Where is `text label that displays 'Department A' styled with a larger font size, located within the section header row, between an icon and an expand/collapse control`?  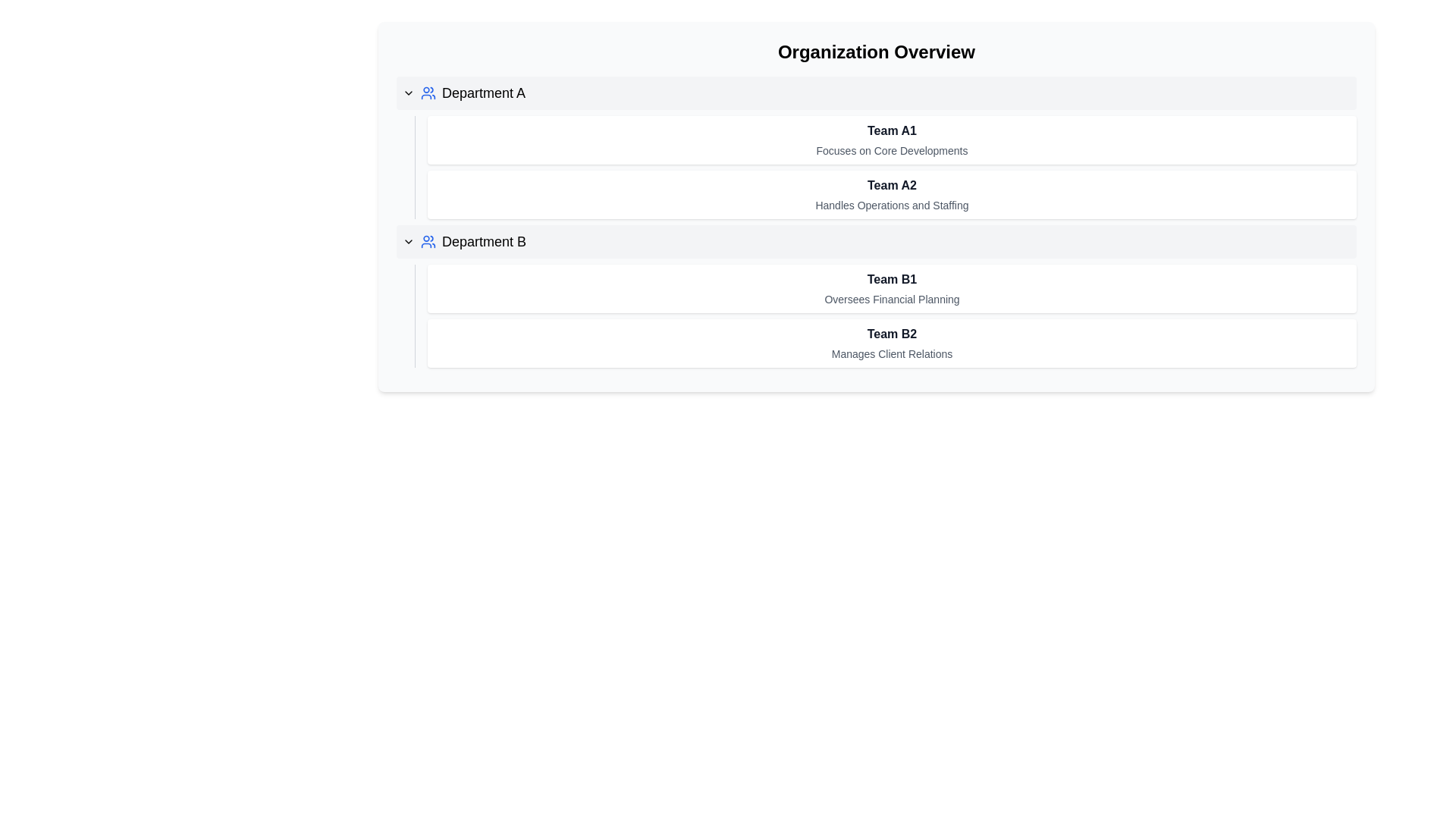
text label that displays 'Department A' styled with a larger font size, located within the section header row, between an icon and an expand/collapse control is located at coordinates (483, 93).